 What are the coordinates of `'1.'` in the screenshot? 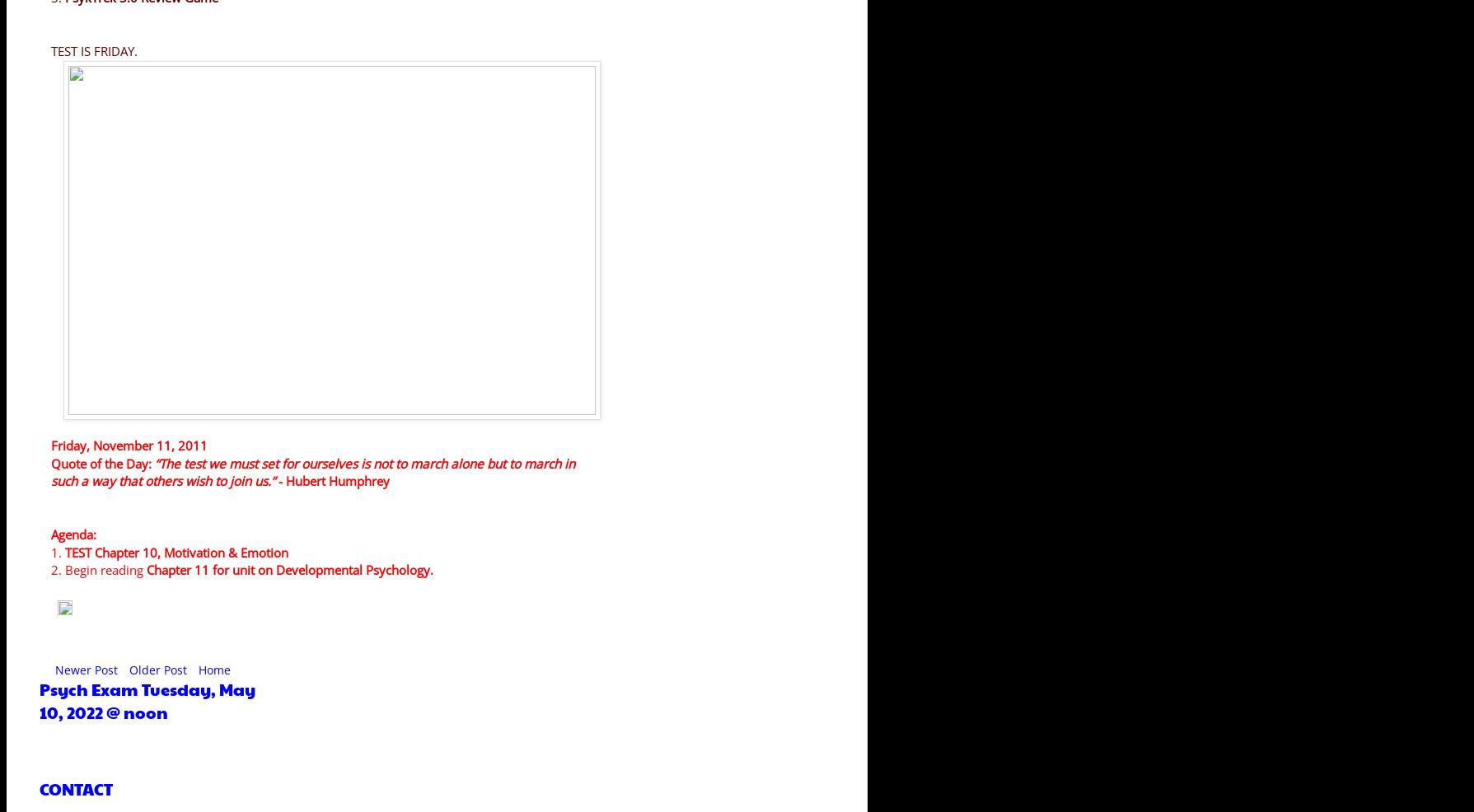 It's located at (58, 551).